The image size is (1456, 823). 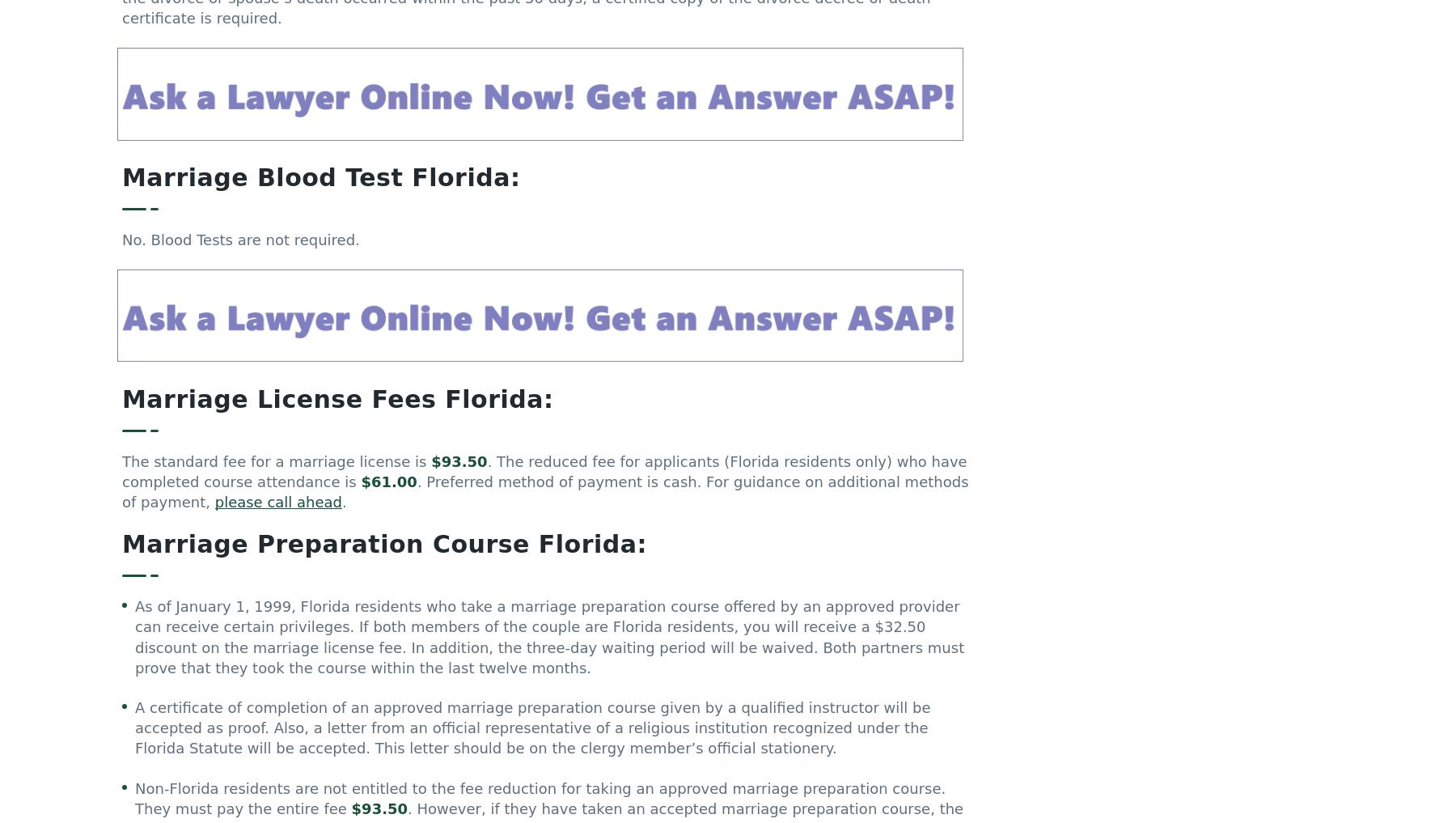 I want to click on 'Marriage Blood Test Florida:', so click(x=321, y=183).